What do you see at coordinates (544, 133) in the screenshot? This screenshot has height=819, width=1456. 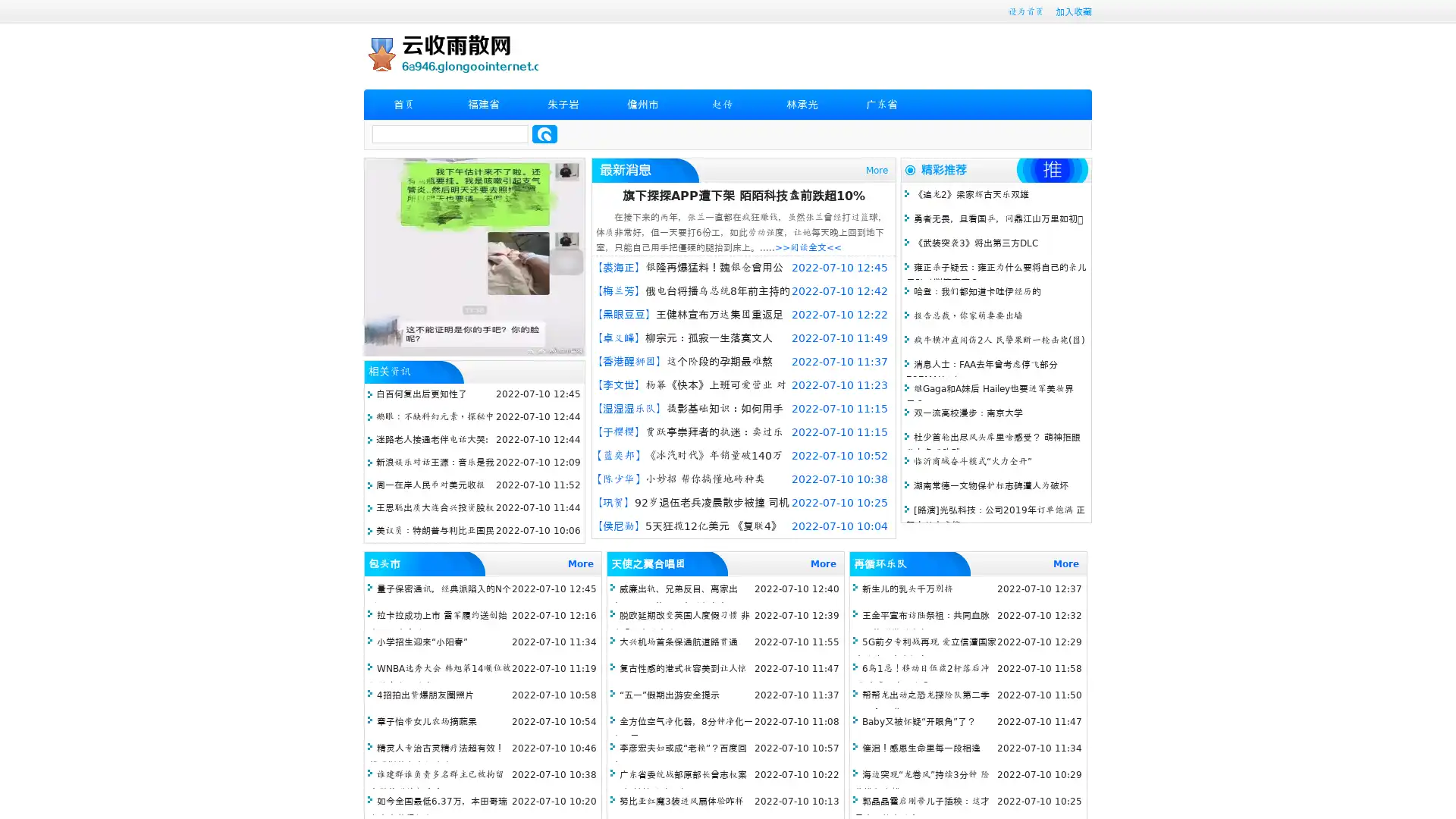 I see `Search` at bounding box center [544, 133].